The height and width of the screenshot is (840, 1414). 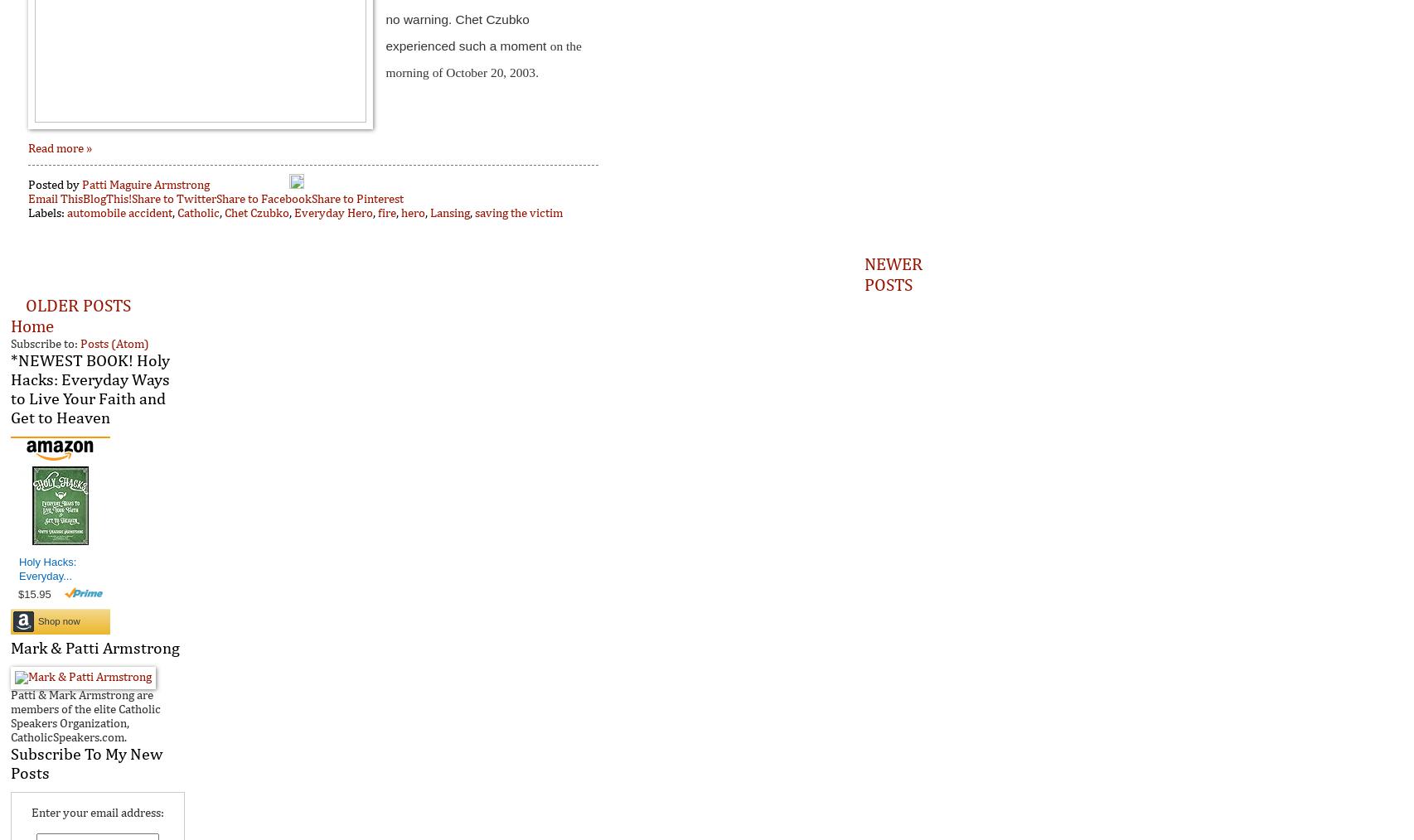 What do you see at coordinates (80, 343) in the screenshot?
I see `'Posts (Atom)'` at bounding box center [80, 343].